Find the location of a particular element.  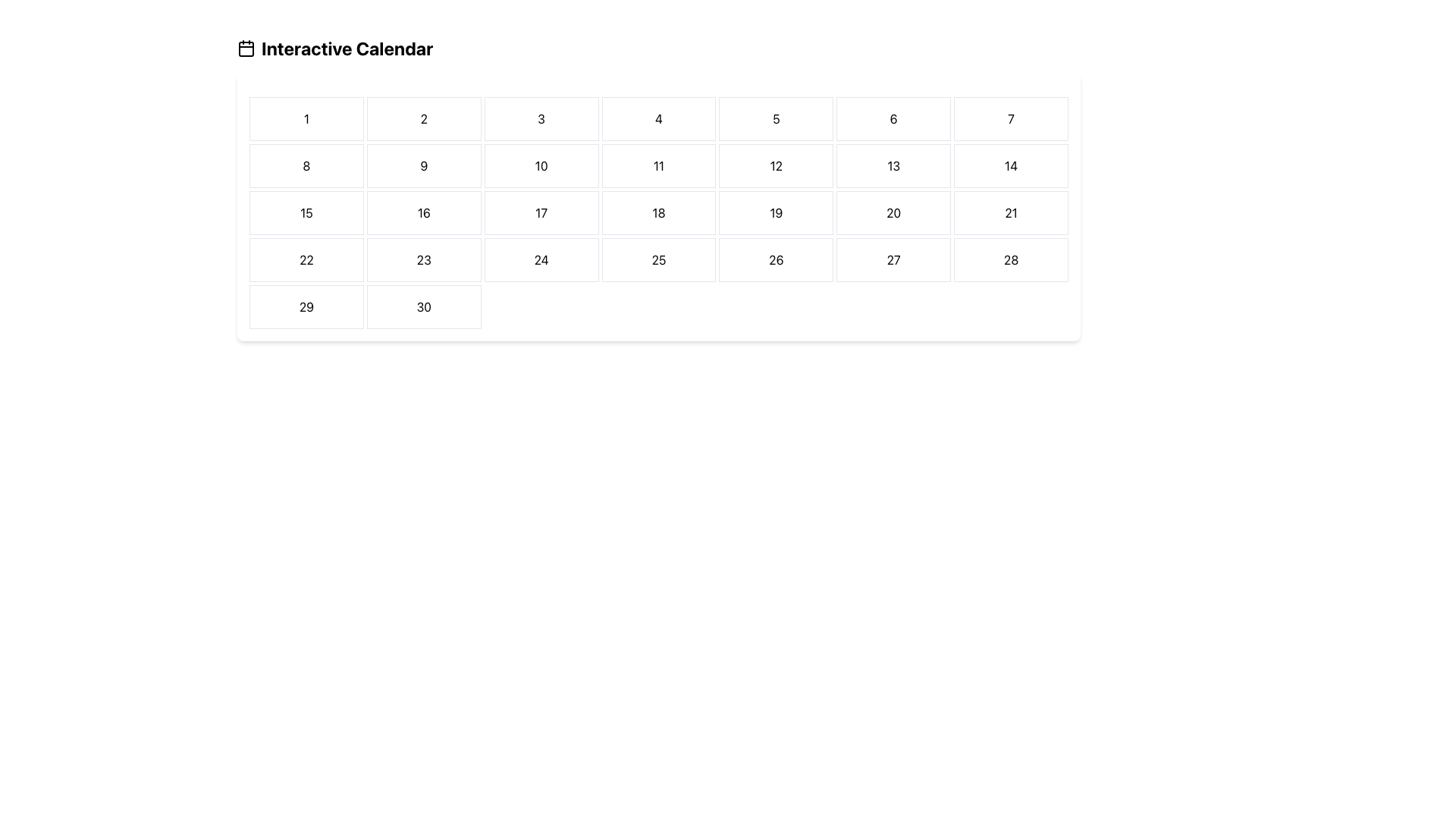

the rectangular text box containing the text '29' located in the last row of a 7-column grid, specifically in the first column of that row is located at coordinates (306, 307).